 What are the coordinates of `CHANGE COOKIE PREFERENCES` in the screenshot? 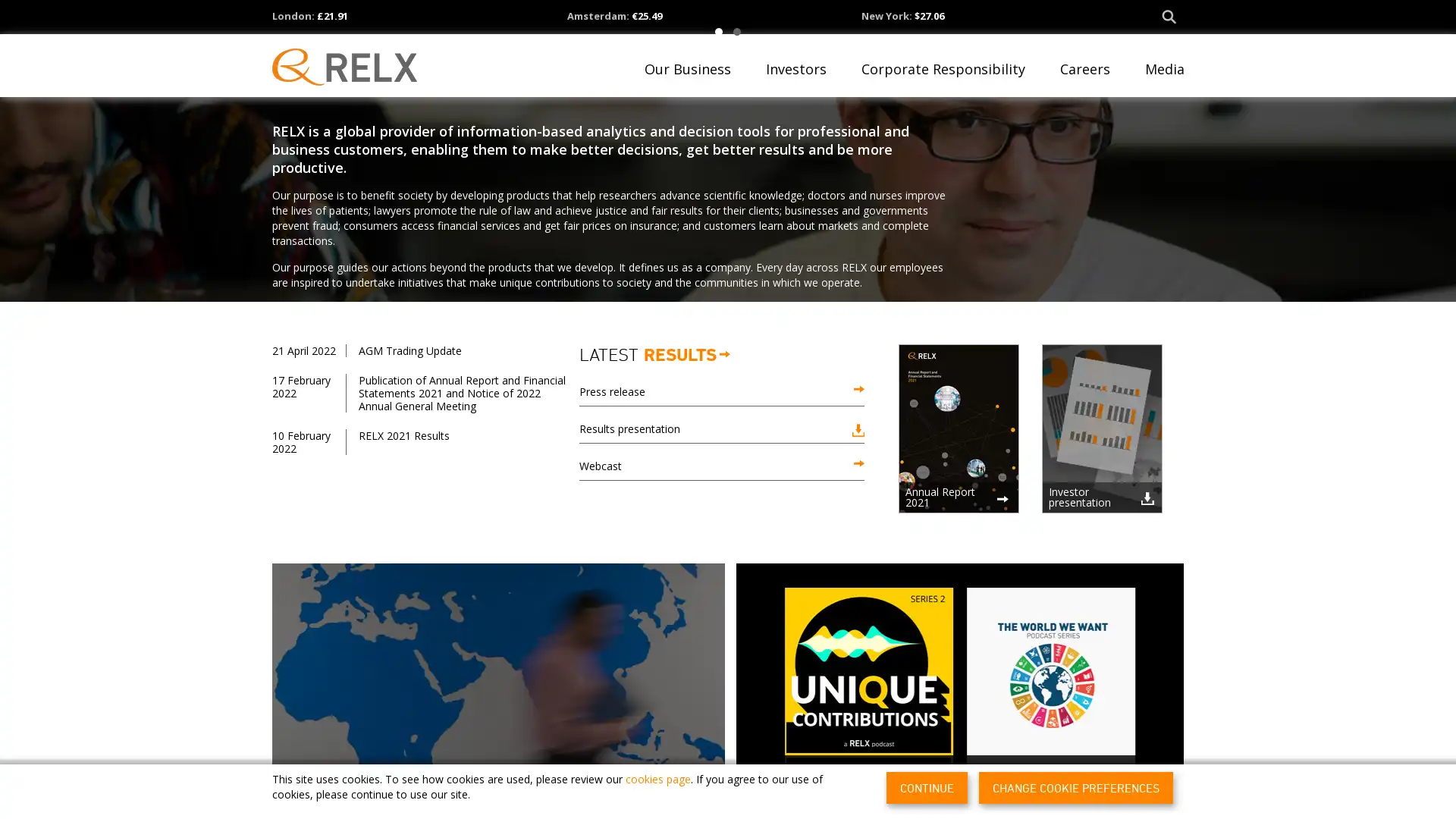 It's located at (1075, 786).